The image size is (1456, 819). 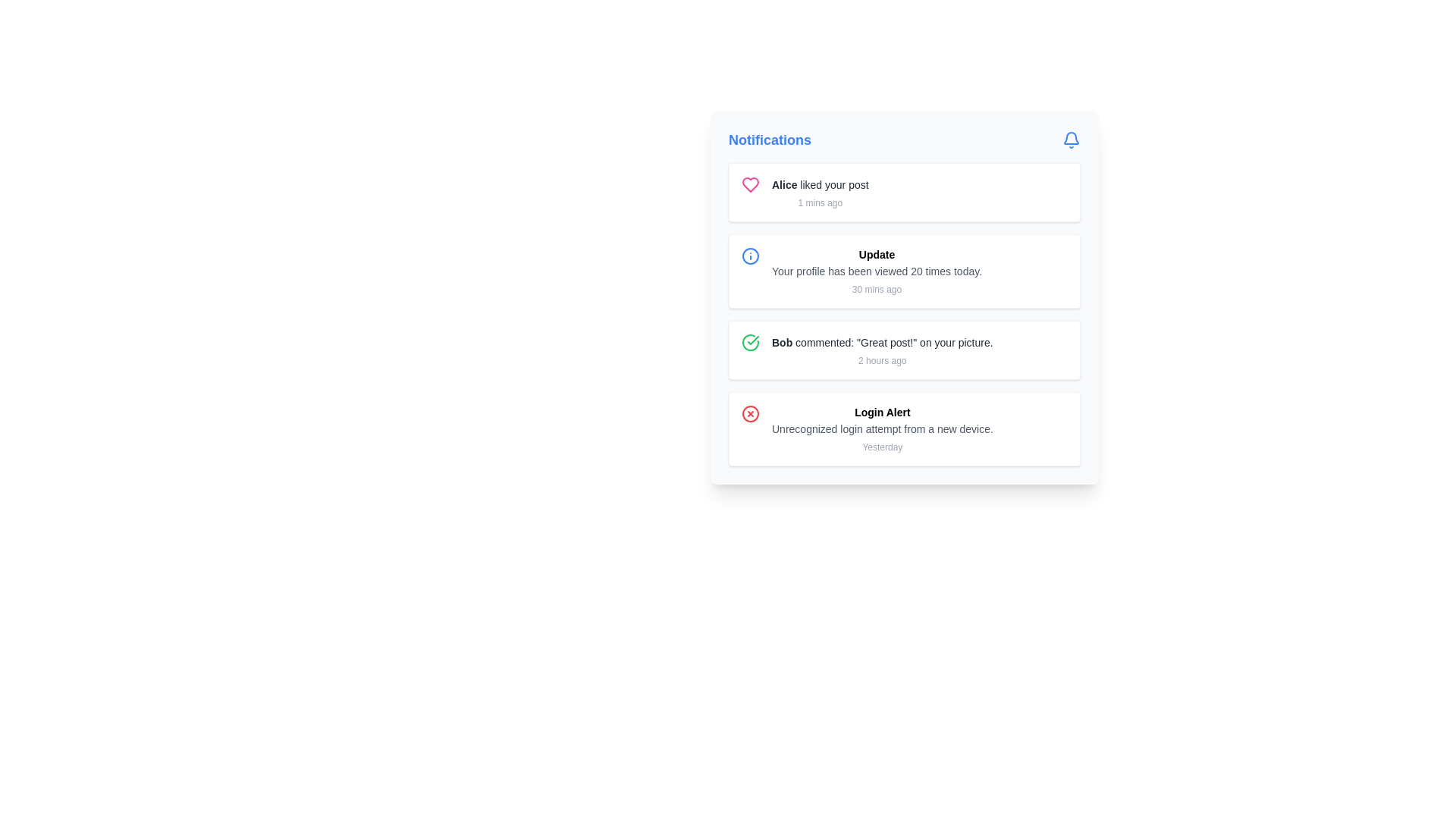 What do you see at coordinates (770, 140) in the screenshot?
I see `the header text component that indicates the context of the notifications section, which is positioned at the top-left corner of the content block` at bounding box center [770, 140].